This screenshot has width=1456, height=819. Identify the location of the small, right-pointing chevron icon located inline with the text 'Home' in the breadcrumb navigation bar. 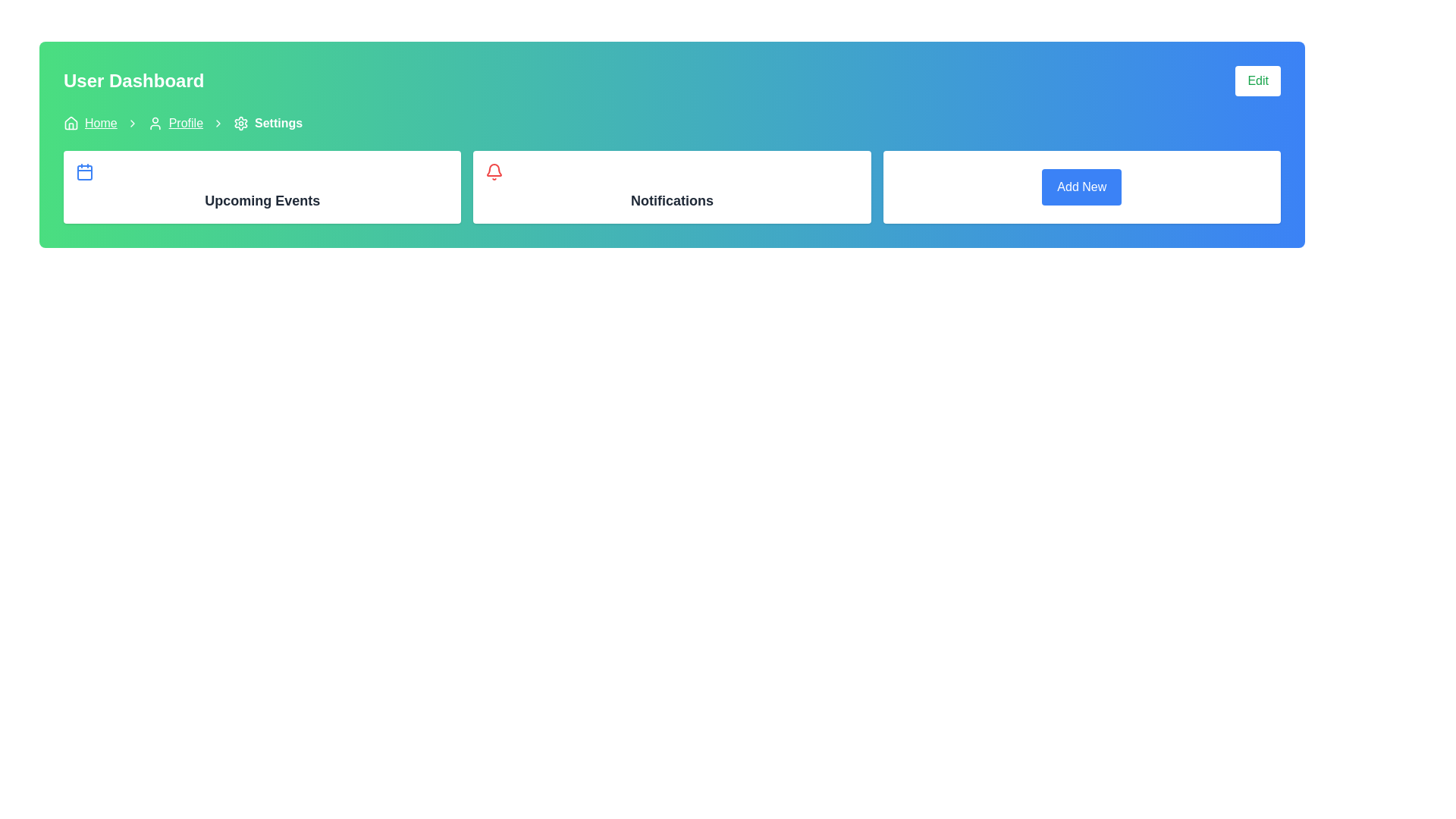
(132, 122).